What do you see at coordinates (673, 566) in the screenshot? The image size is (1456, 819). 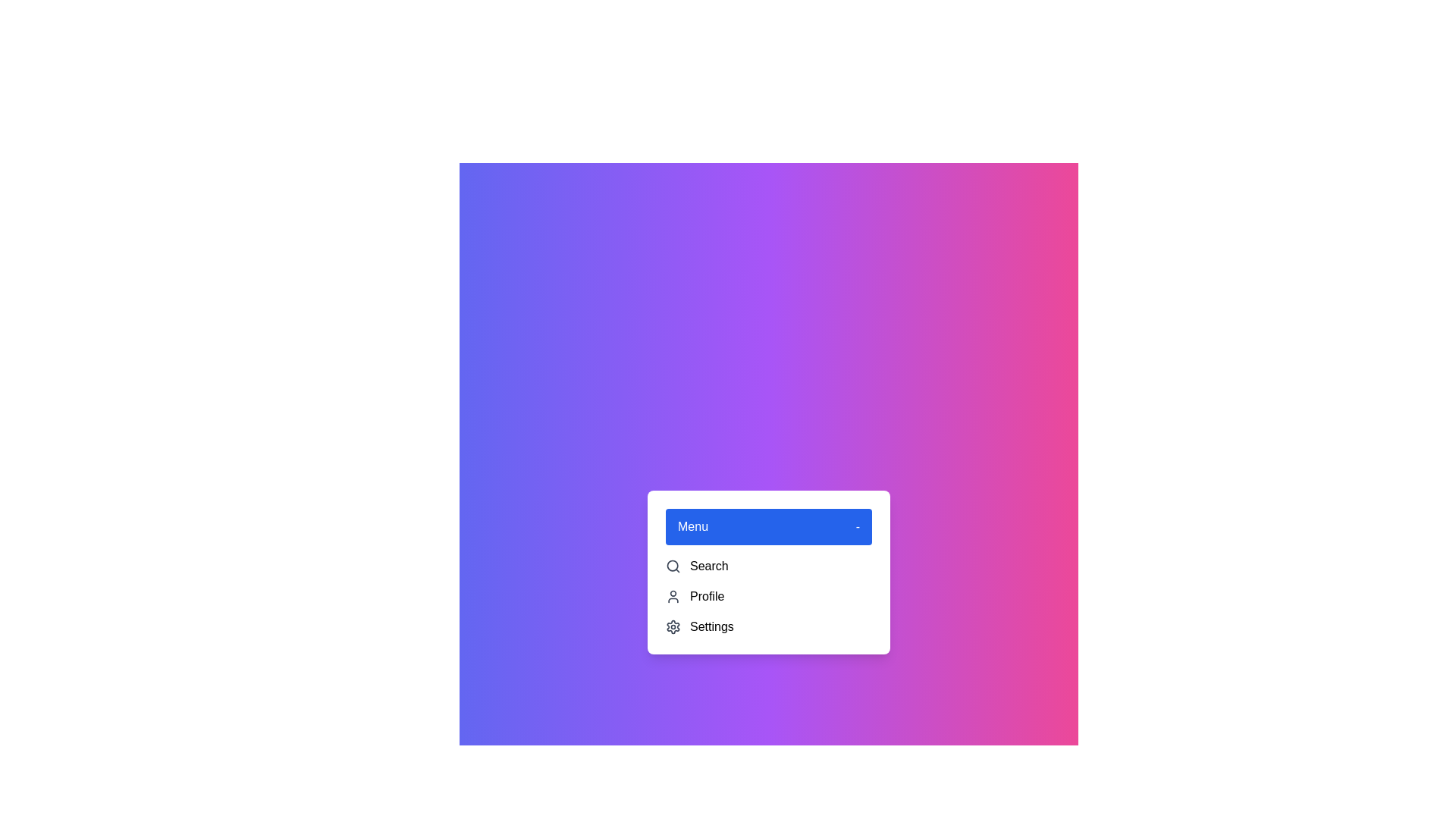 I see `the icon and label for Search in the dropdown menu` at bounding box center [673, 566].